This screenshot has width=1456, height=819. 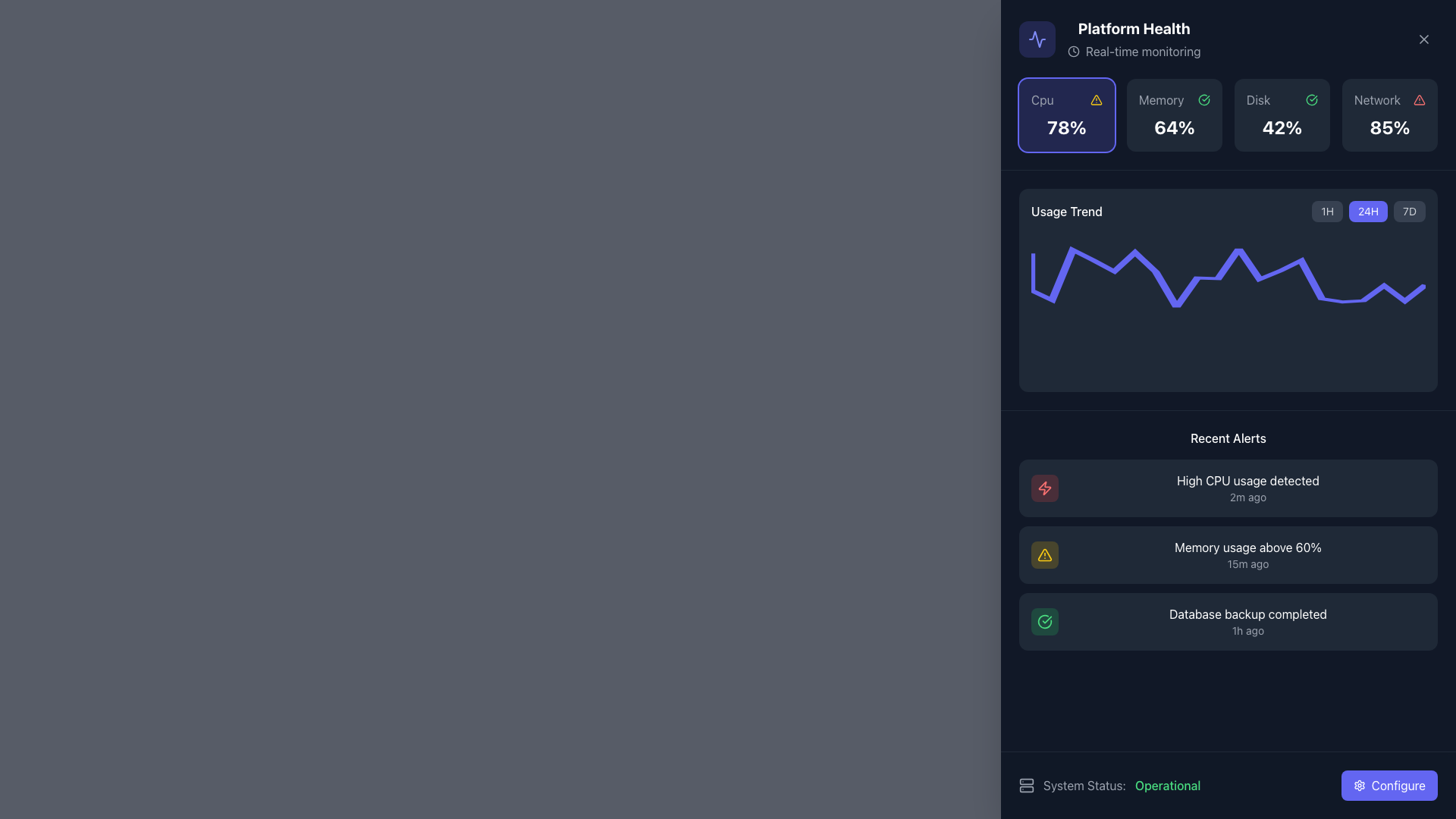 I want to click on the 'Network' label with the alert icon, so click(x=1390, y=99).